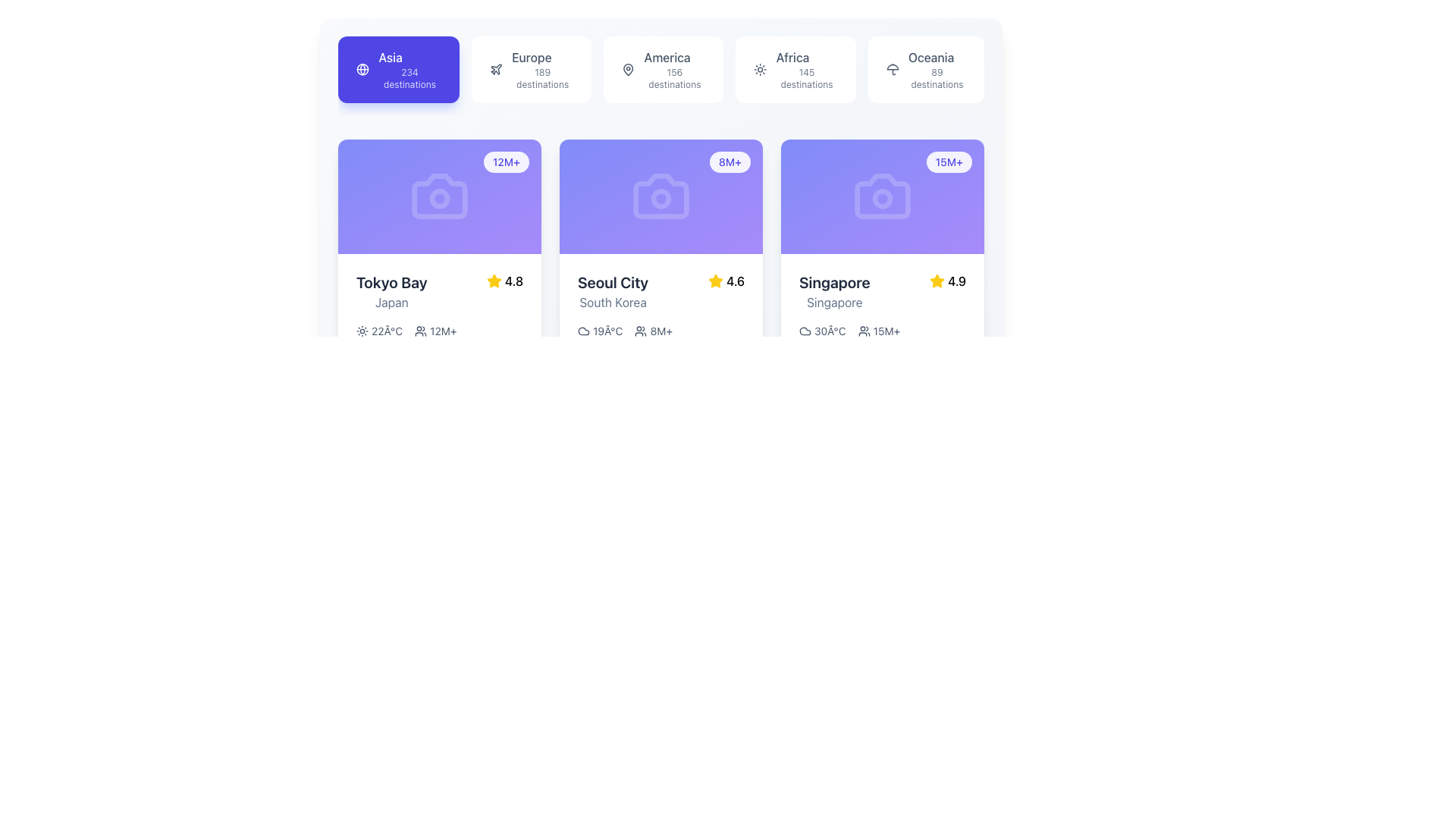 This screenshot has width=1456, height=819. Describe the element at coordinates (542, 79) in the screenshot. I see `the text label that displays the number of destinations available under the category of 'Europe', which is positioned directly below the main label 'Europe'` at that location.